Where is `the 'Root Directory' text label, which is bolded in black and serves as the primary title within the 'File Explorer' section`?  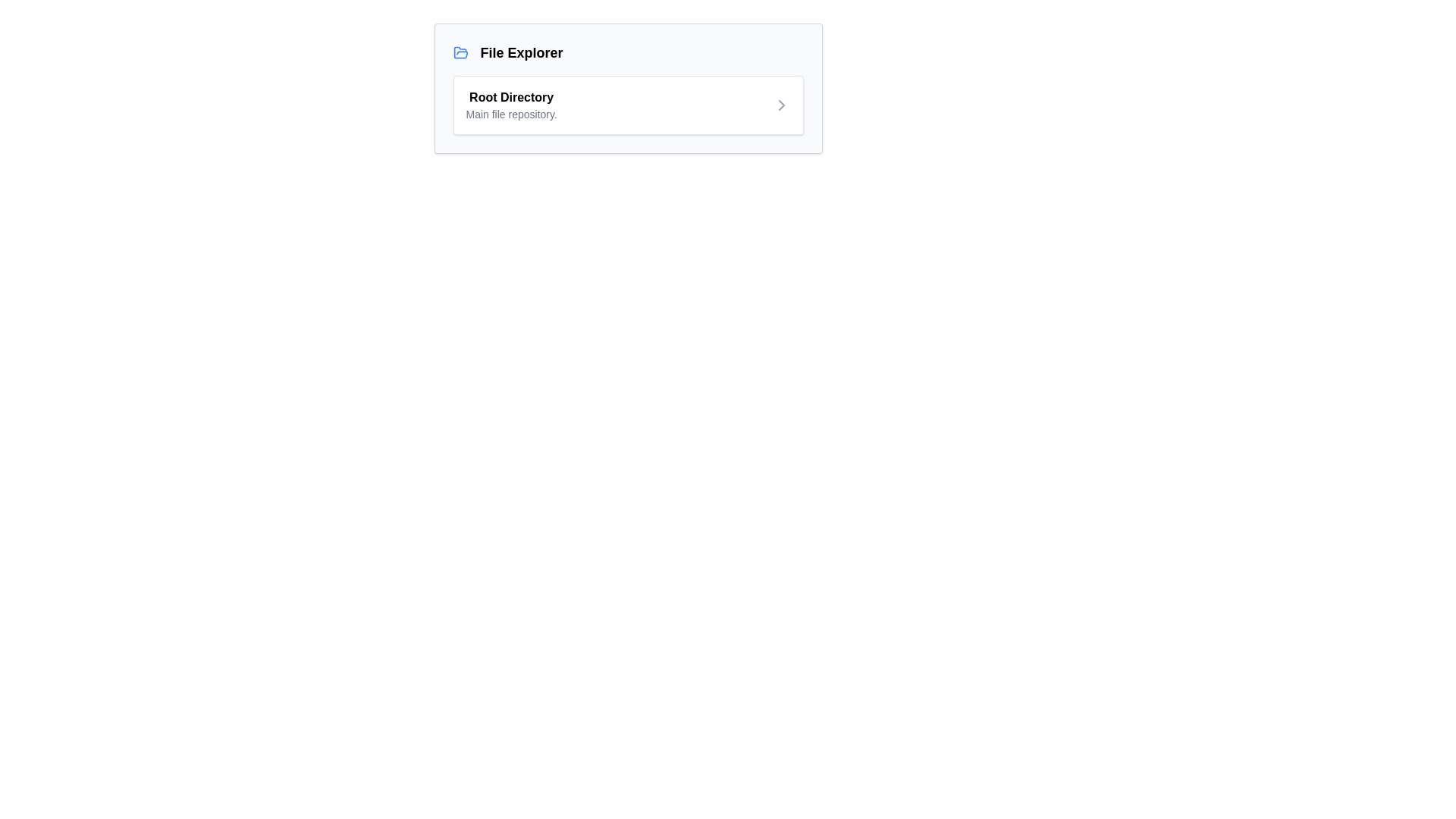
the 'Root Directory' text label, which is bolded in black and serves as the primary title within the 'File Explorer' section is located at coordinates (511, 104).